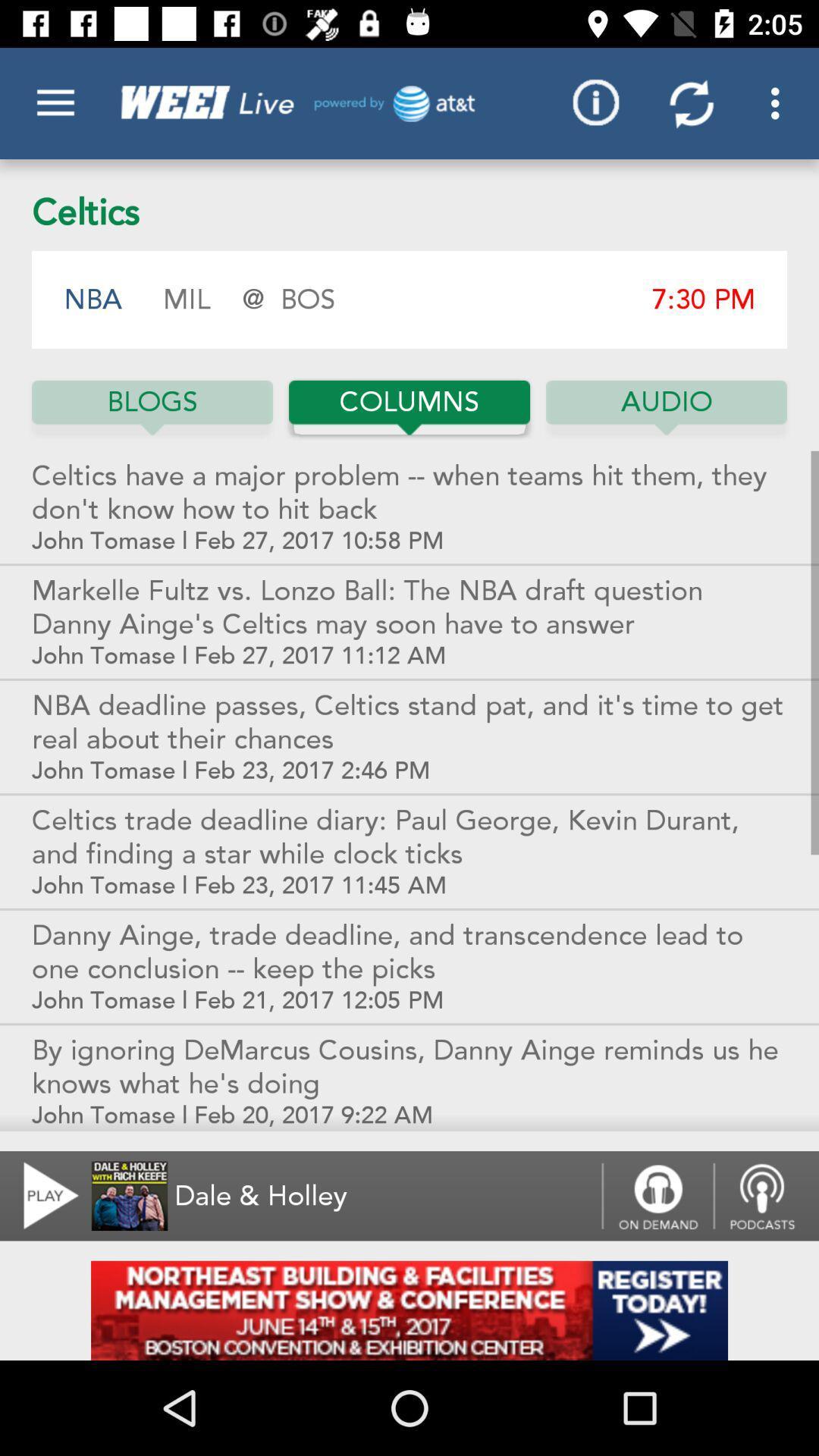 This screenshot has width=819, height=1456. Describe the element at coordinates (409, 1310) in the screenshot. I see `advertisement` at that location.